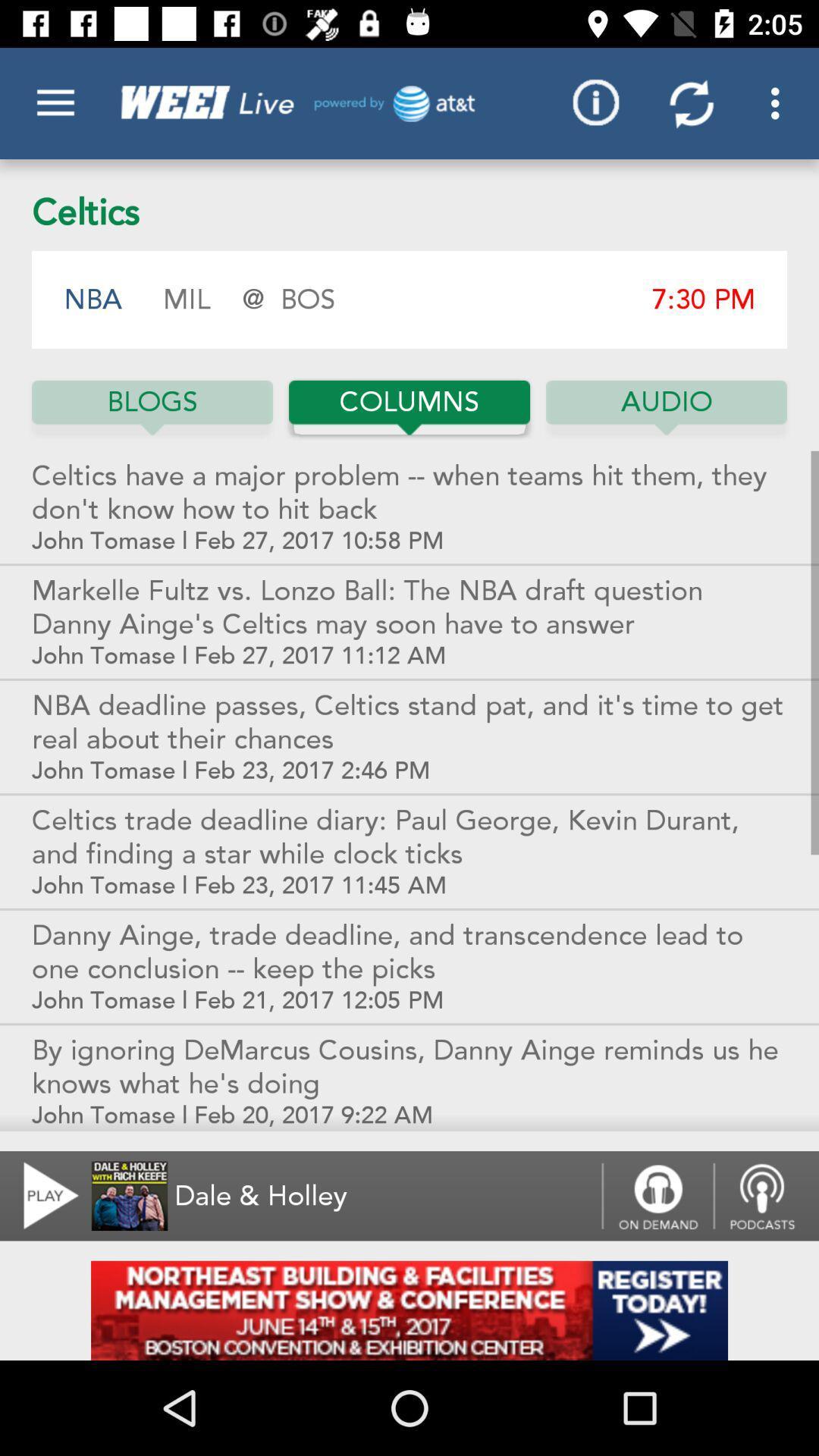 This screenshot has width=819, height=1456. Describe the element at coordinates (409, 1310) in the screenshot. I see `advertisement` at that location.